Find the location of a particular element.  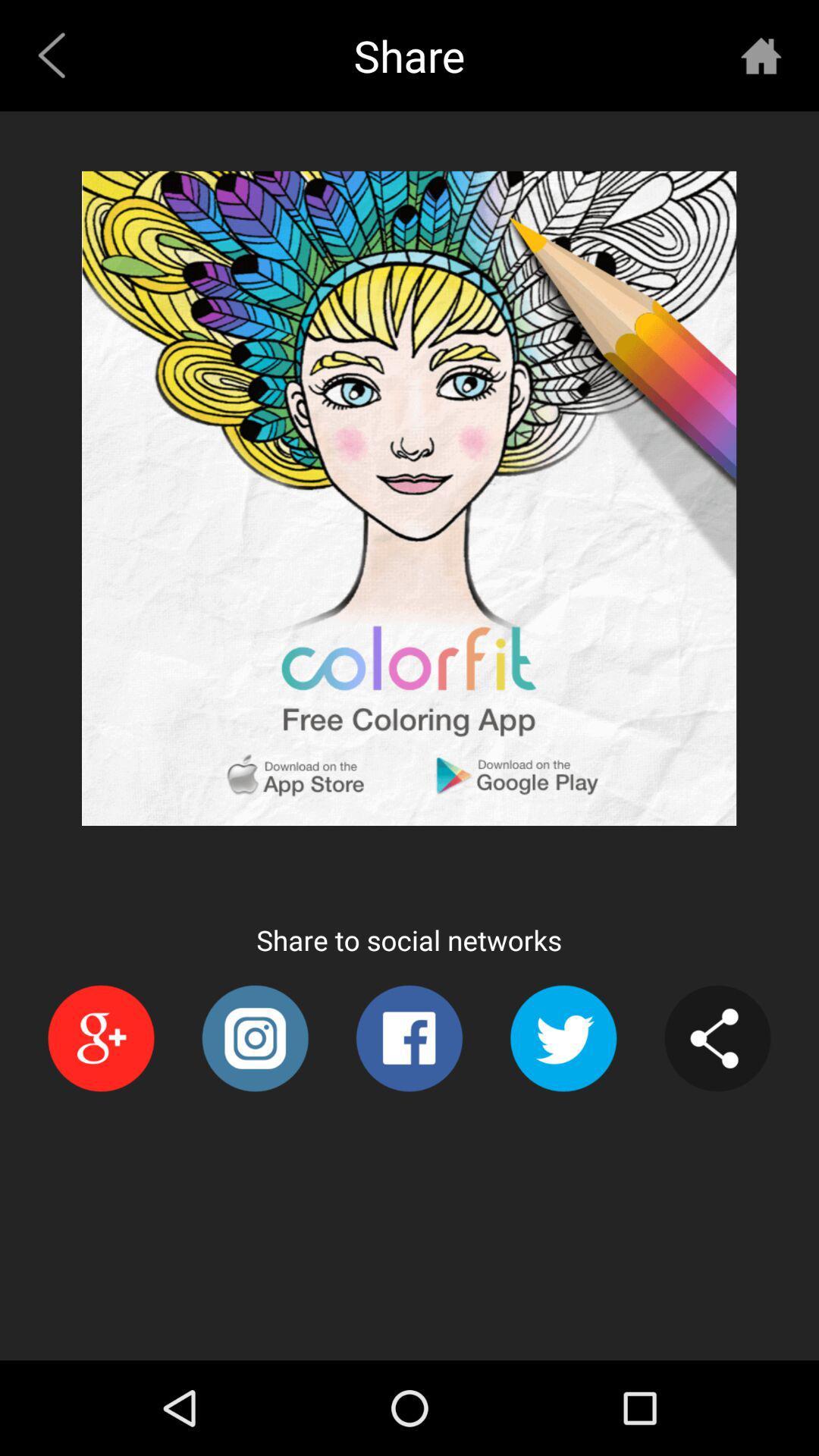

go back is located at coordinates (761, 55).